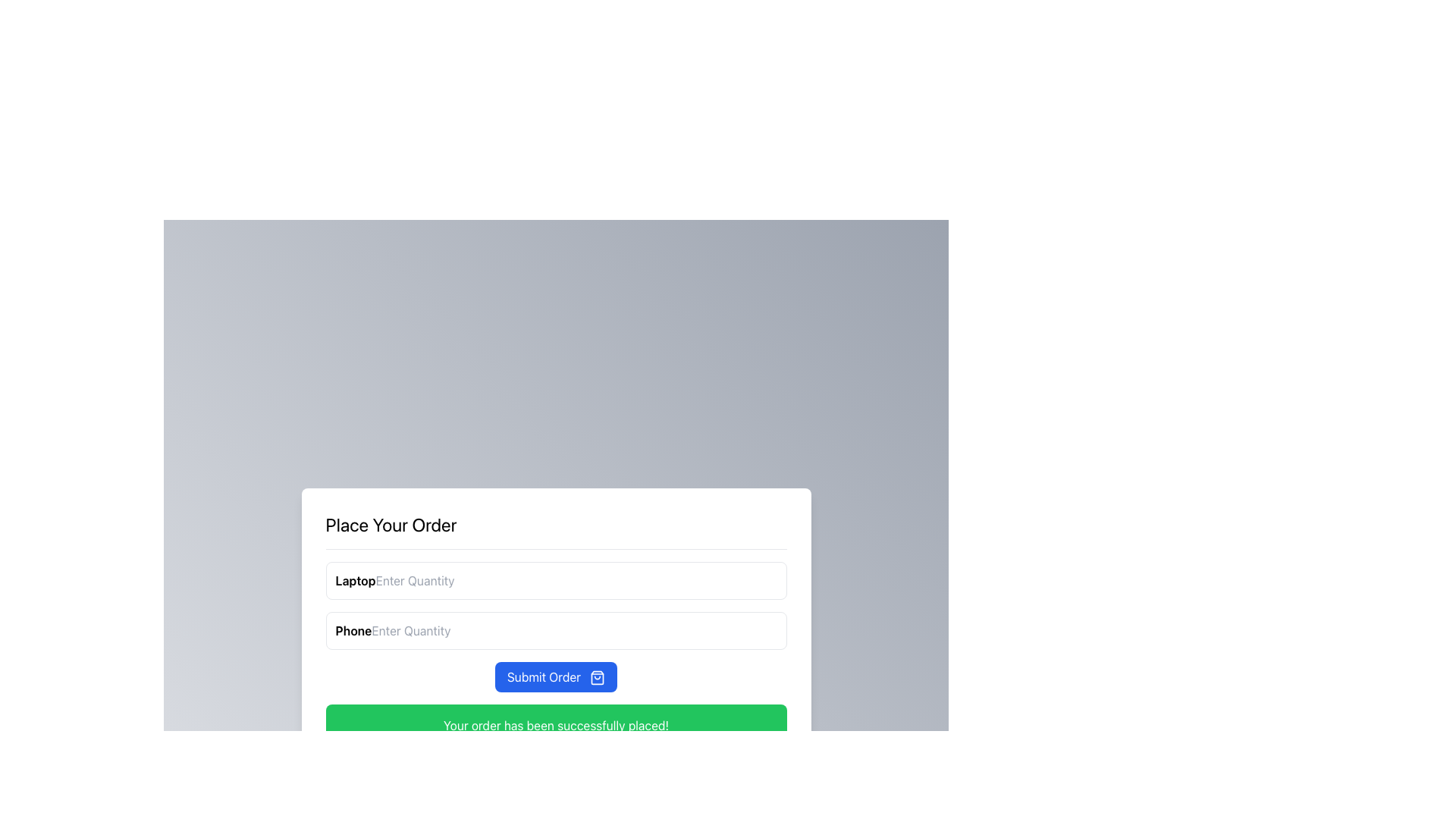  I want to click on the text input field for quantity, which is located next to the 'Laptop' label in the 'Place Your Order' form, so click(441, 580).